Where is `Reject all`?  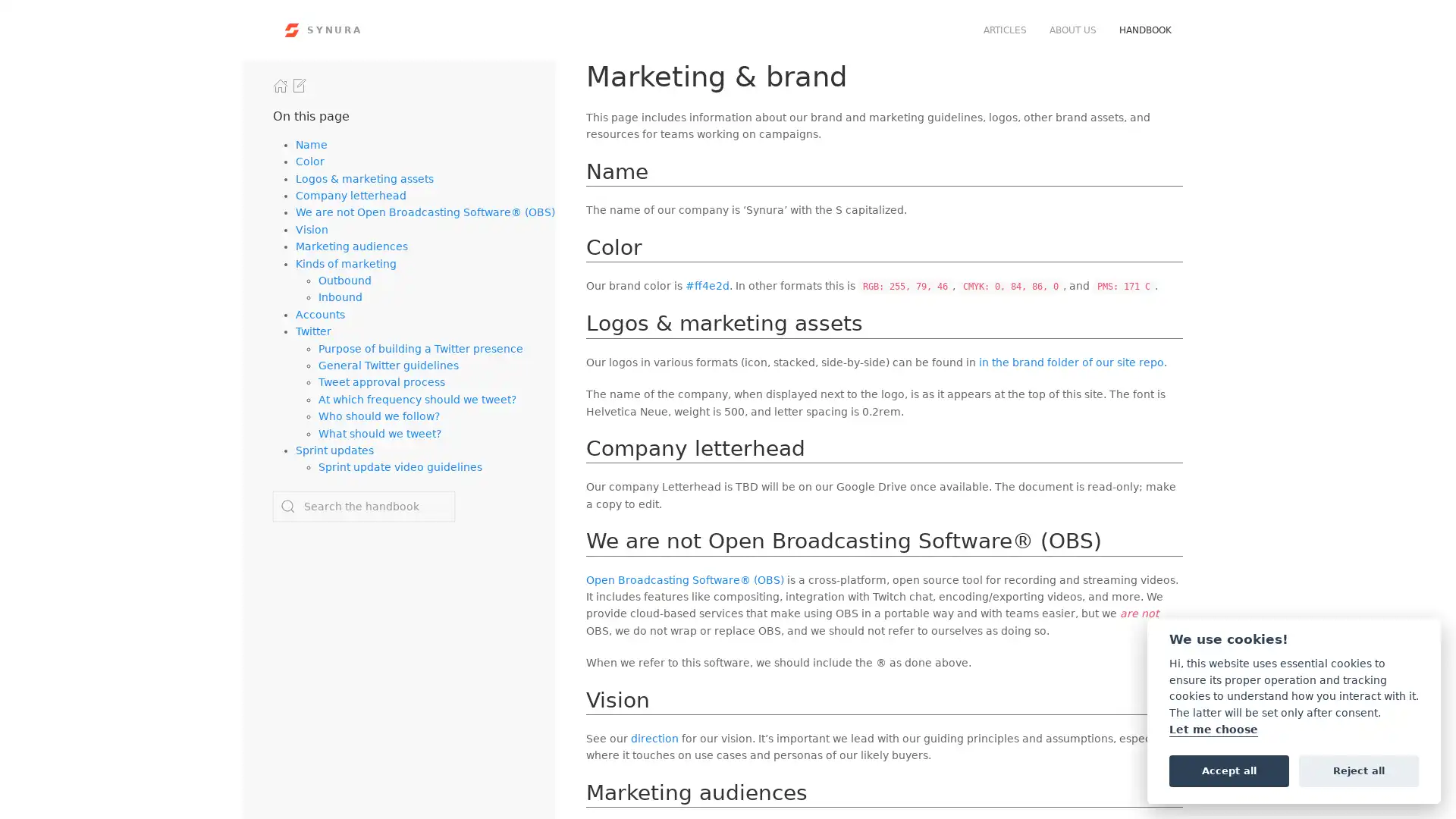 Reject all is located at coordinates (1358, 770).